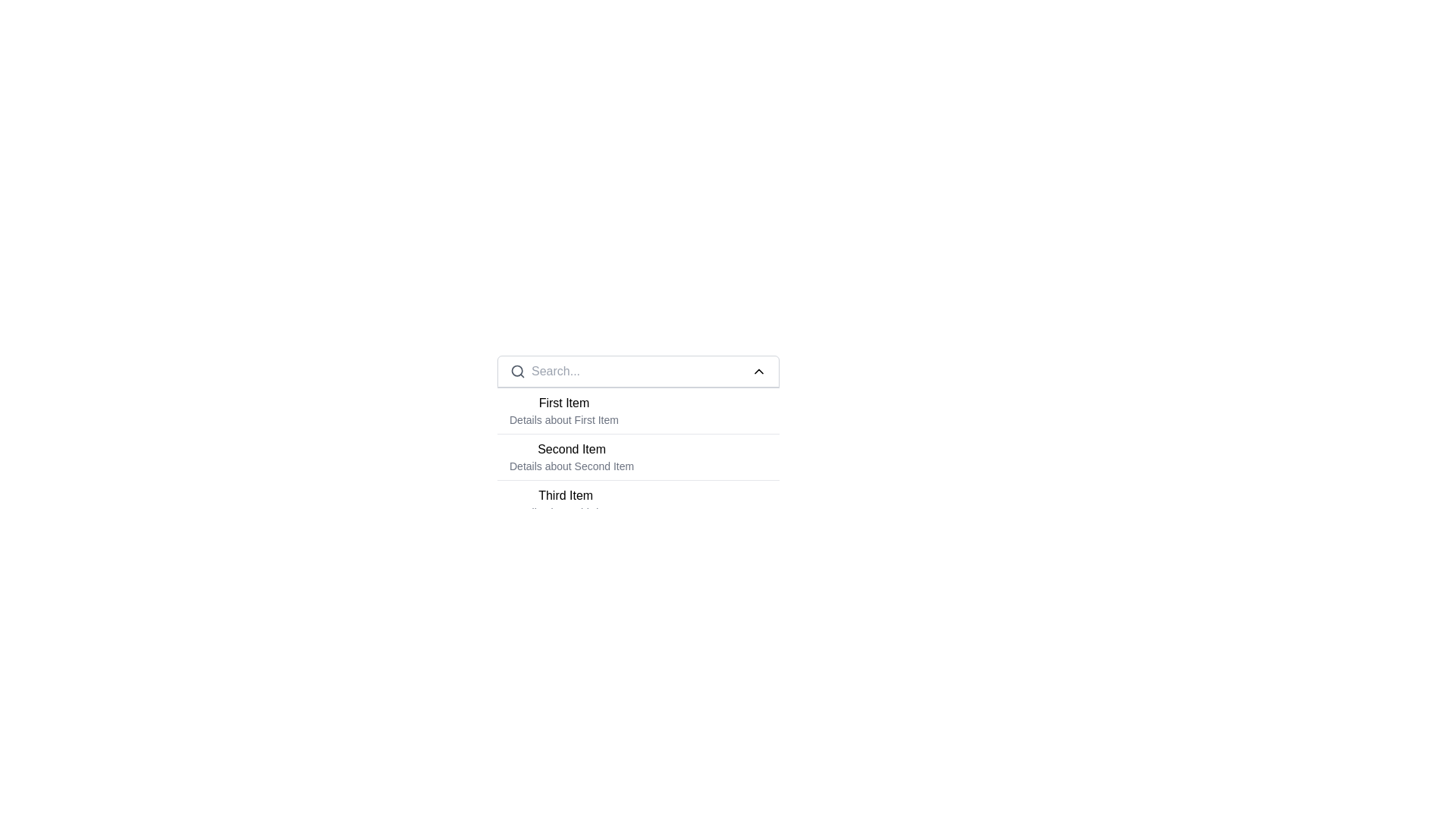 Image resolution: width=1456 pixels, height=819 pixels. What do you see at coordinates (759, 371) in the screenshot?
I see `the SVG Icon button located at the right side of the search bar, which is used` at bounding box center [759, 371].